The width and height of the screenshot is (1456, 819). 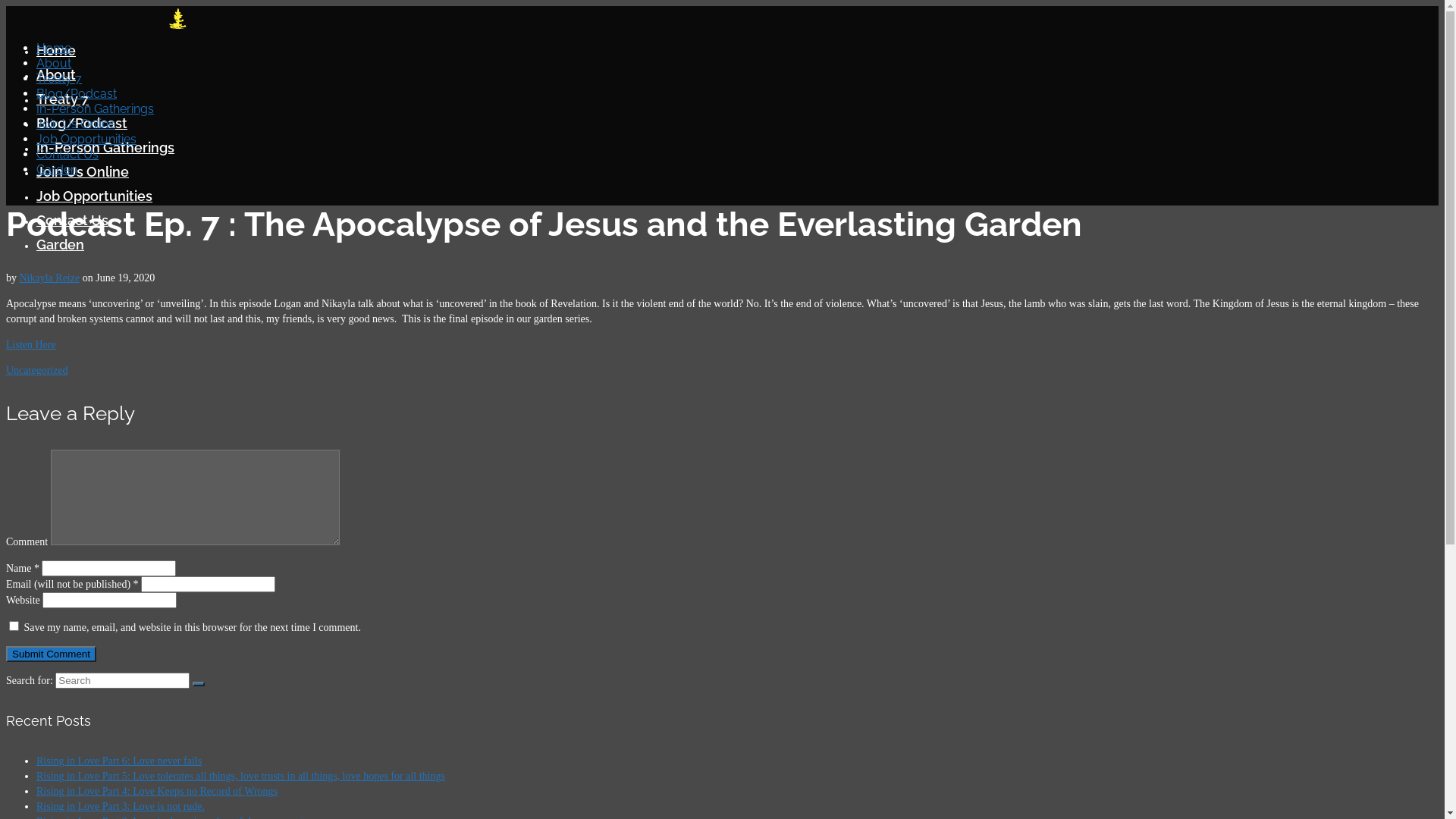 What do you see at coordinates (61, 99) in the screenshot?
I see `'Treaty 7'` at bounding box center [61, 99].